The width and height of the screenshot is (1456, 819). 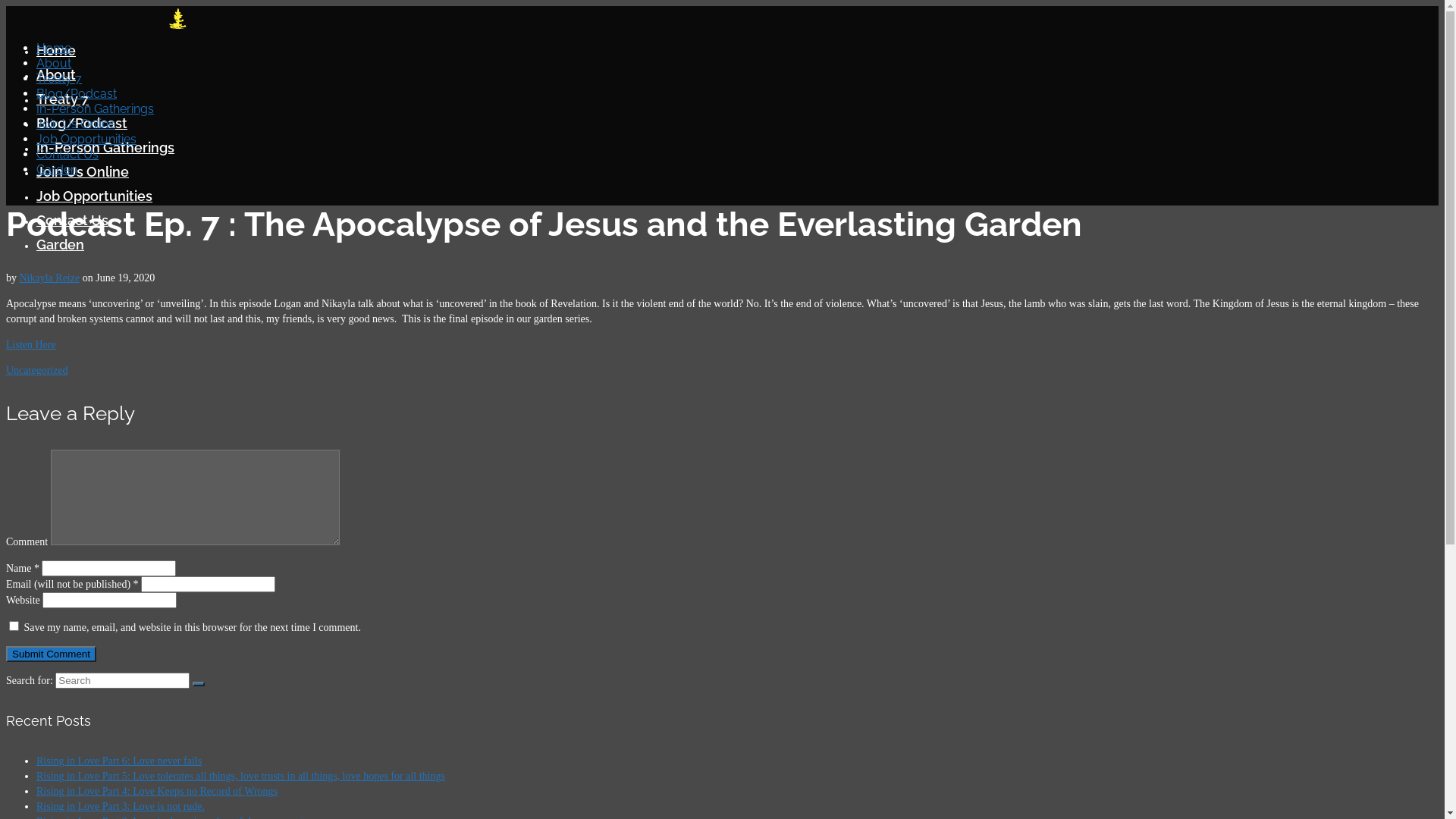 What do you see at coordinates (61, 99) in the screenshot?
I see `'Treaty 7'` at bounding box center [61, 99].